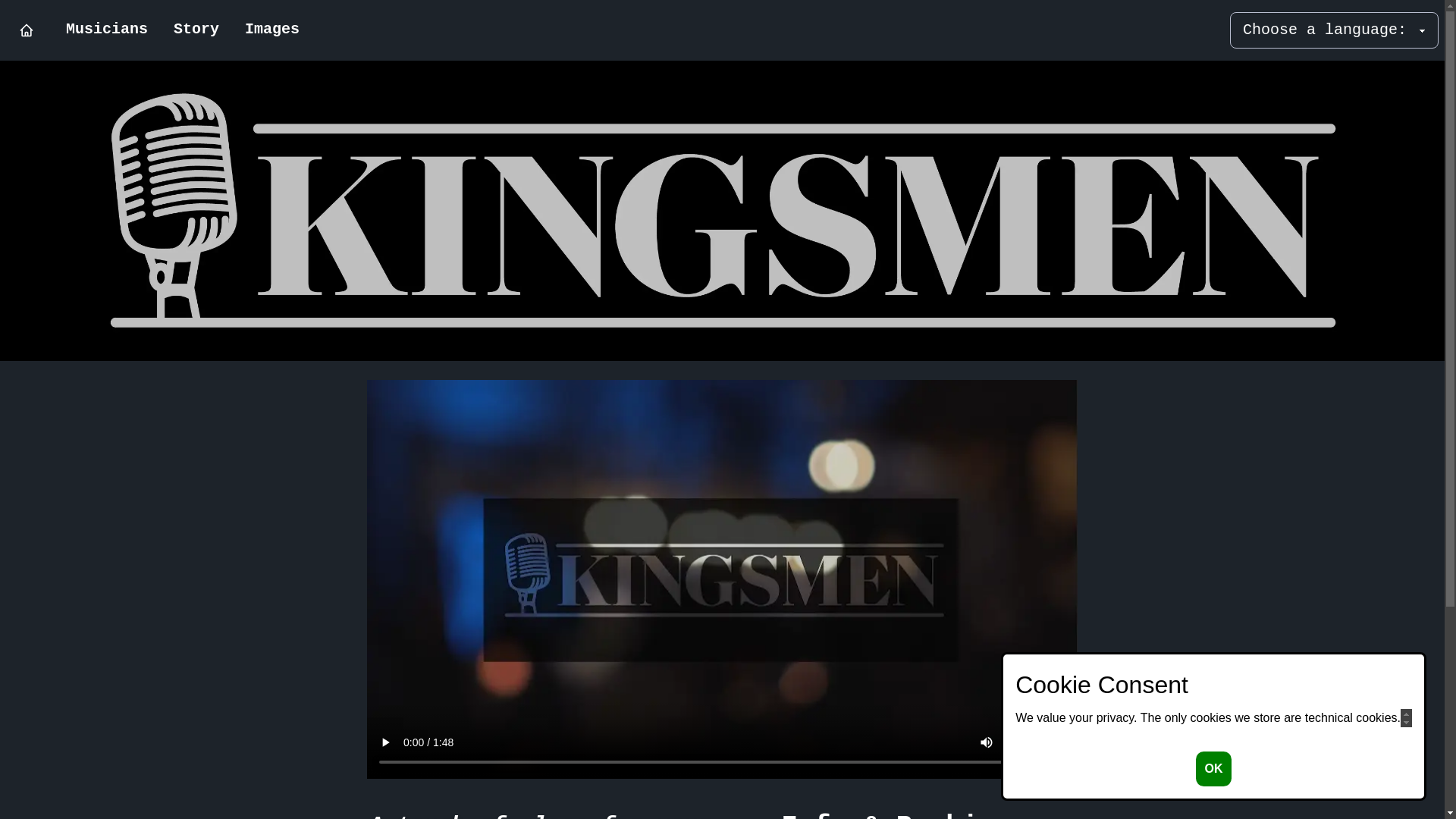  Describe the element at coordinates (1212, 769) in the screenshot. I see `'OK'` at that location.